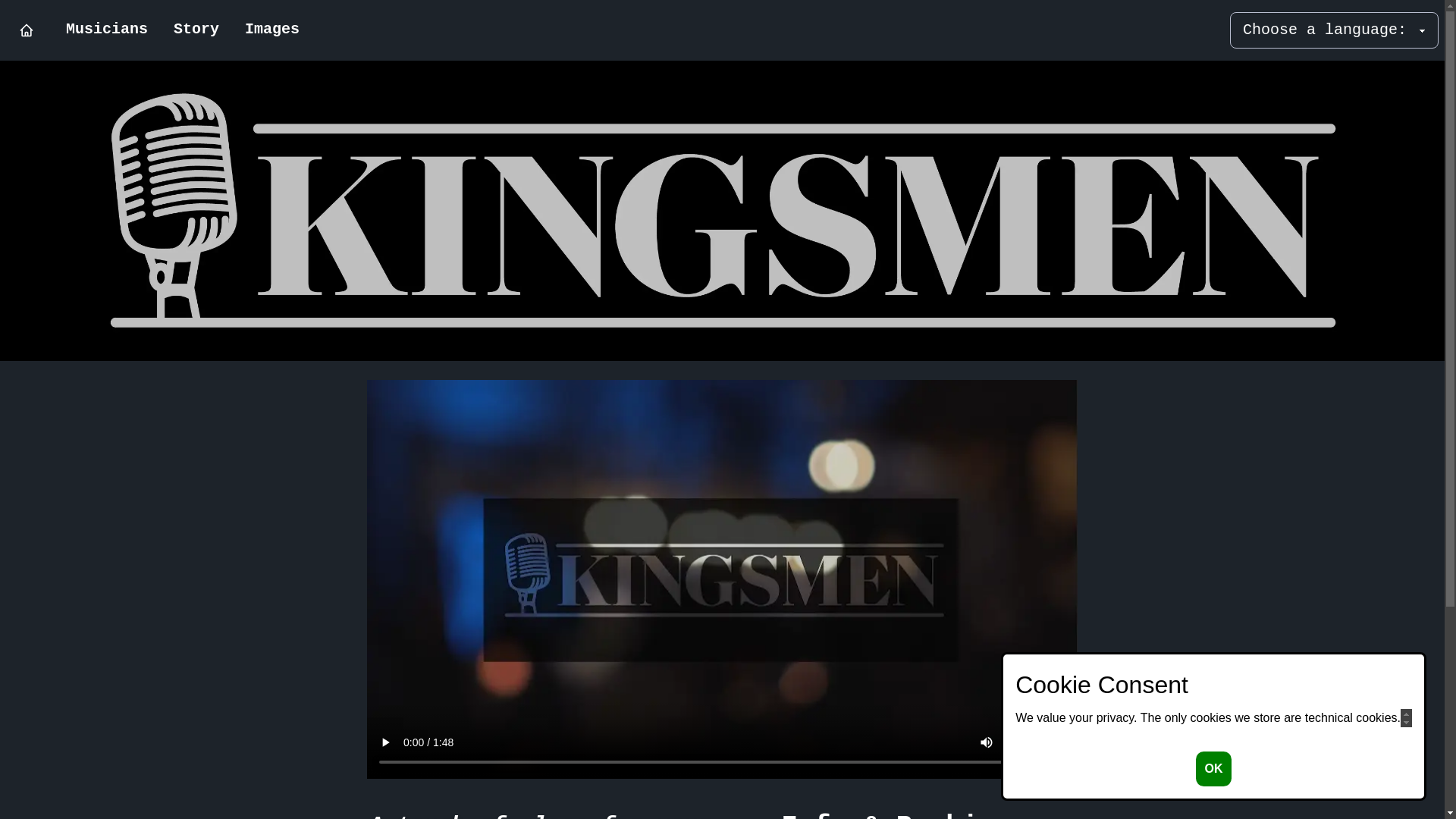  Describe the element at coordinates (1212, 769) in the screenshot. I see `'OK'` at that location.